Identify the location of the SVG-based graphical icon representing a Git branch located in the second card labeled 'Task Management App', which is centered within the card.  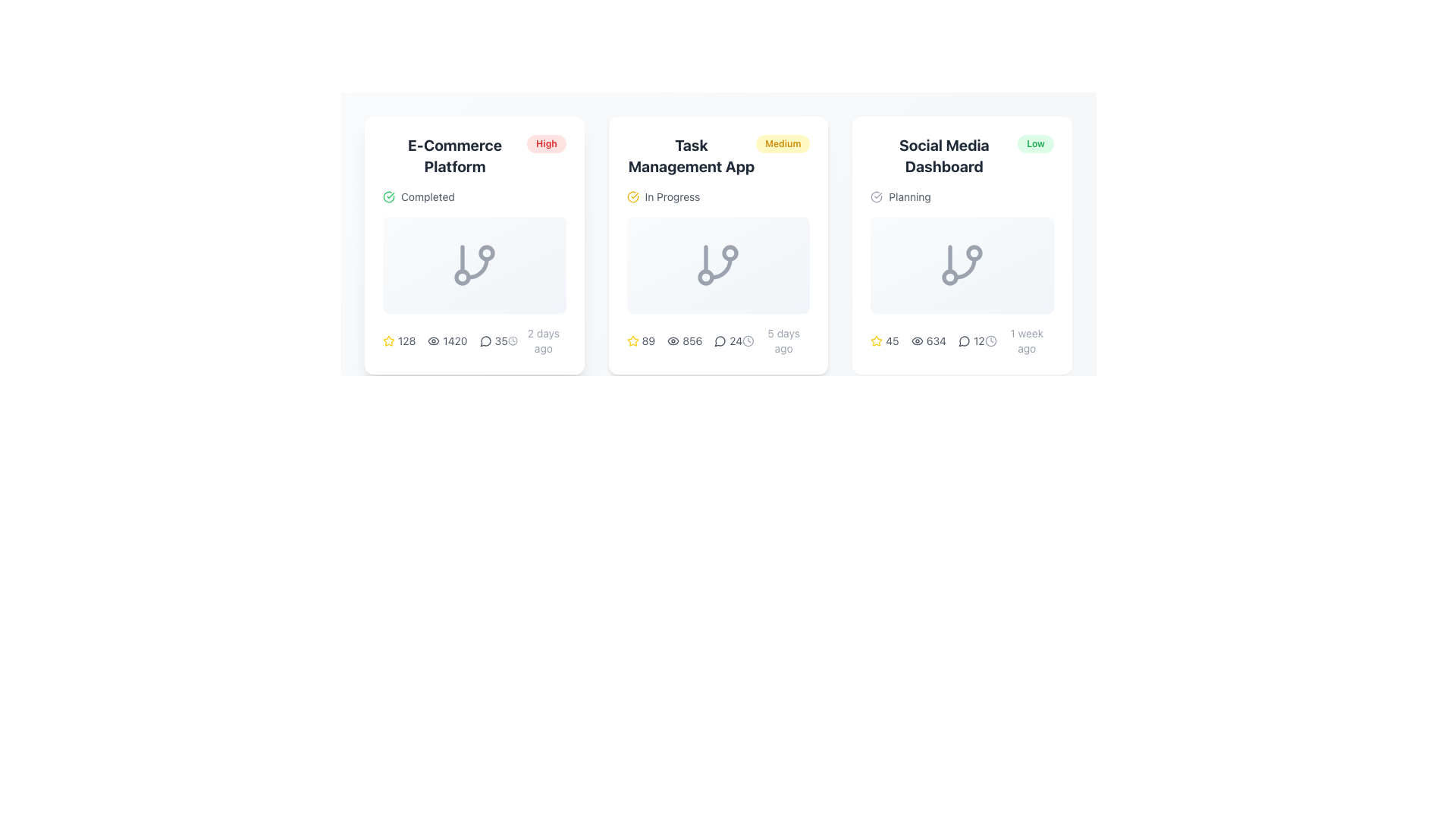
(717, 265).